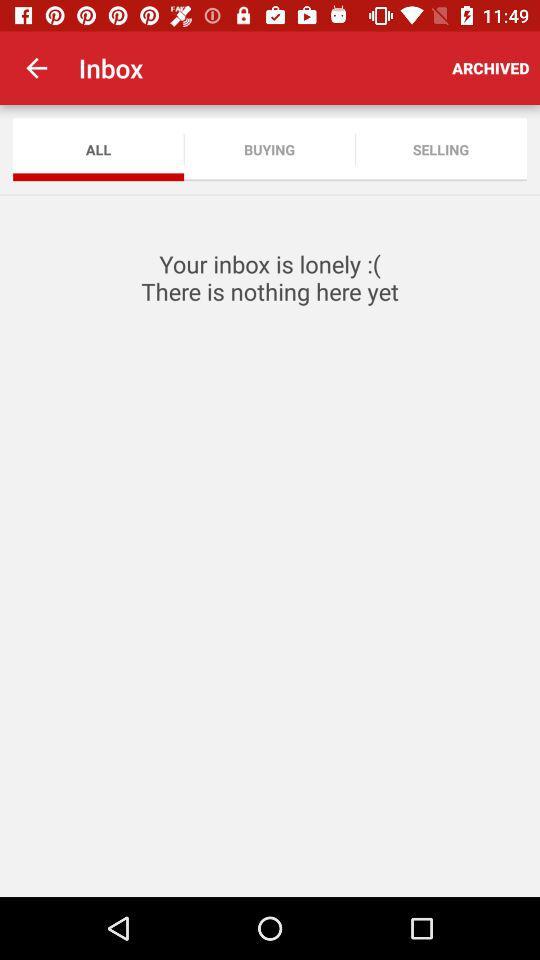 This screenshot has width=540, height=960. Describe the element at coordinates (36, 68) in the screenshot. I see `the item to the left of inbox` at that location.